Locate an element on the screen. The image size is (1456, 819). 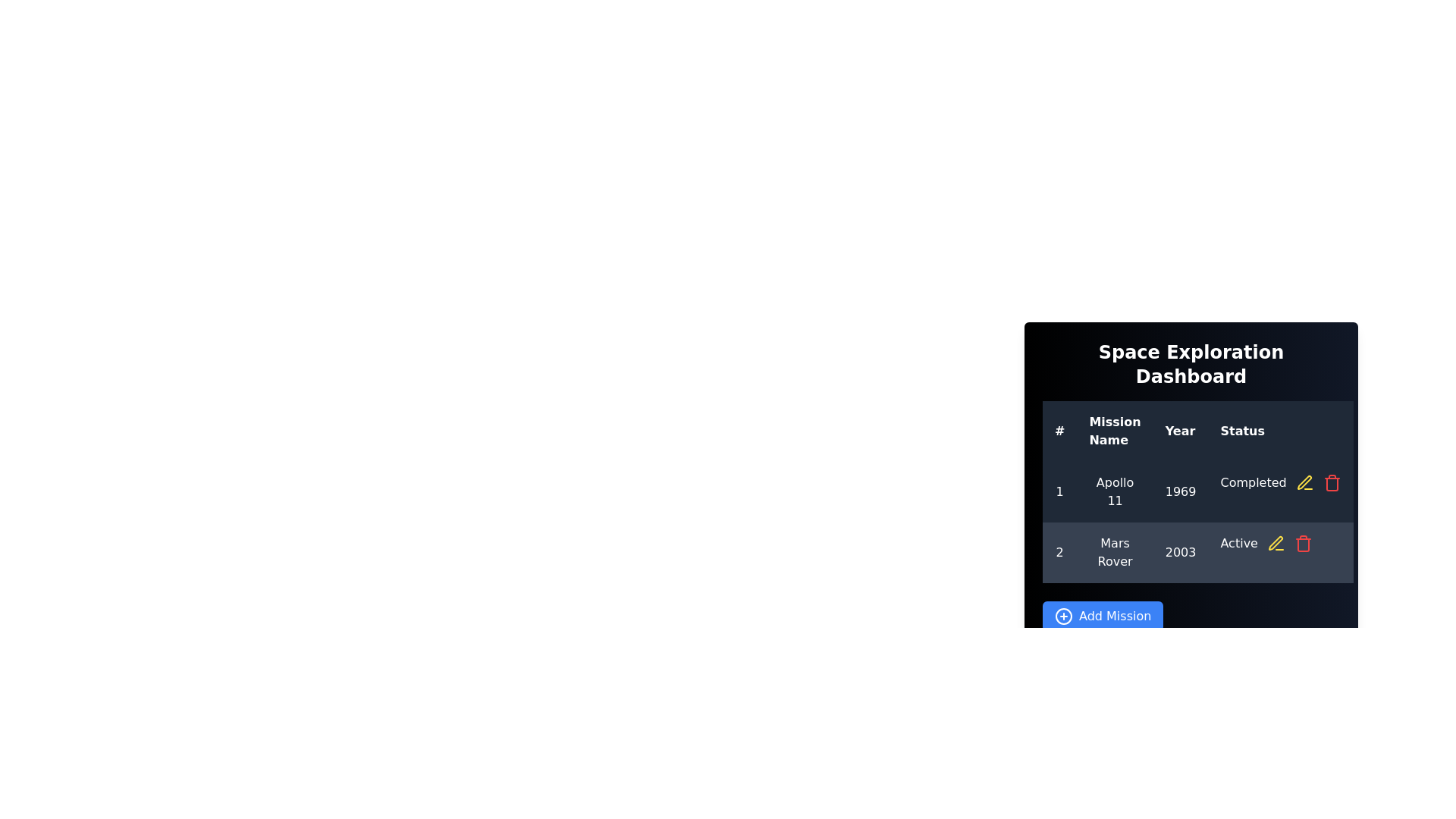
the text label displaying the year '2003' is located at coordinates (1180, 553).